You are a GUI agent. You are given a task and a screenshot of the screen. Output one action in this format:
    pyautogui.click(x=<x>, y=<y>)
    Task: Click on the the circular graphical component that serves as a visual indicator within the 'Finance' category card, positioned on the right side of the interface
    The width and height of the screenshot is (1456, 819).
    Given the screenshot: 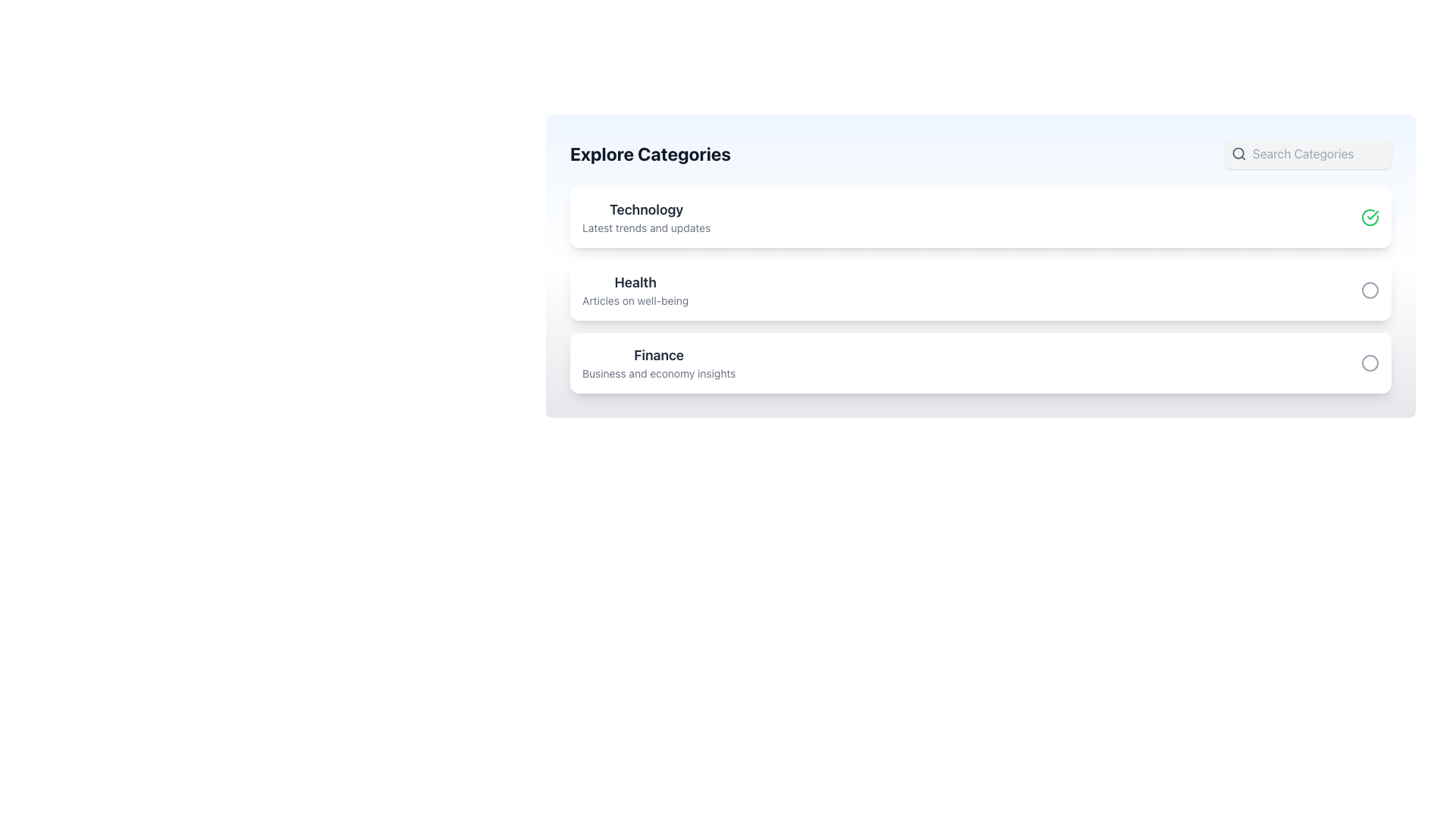 What is the action you would take?
    pyautogui.click(x=1370, y=362)
    